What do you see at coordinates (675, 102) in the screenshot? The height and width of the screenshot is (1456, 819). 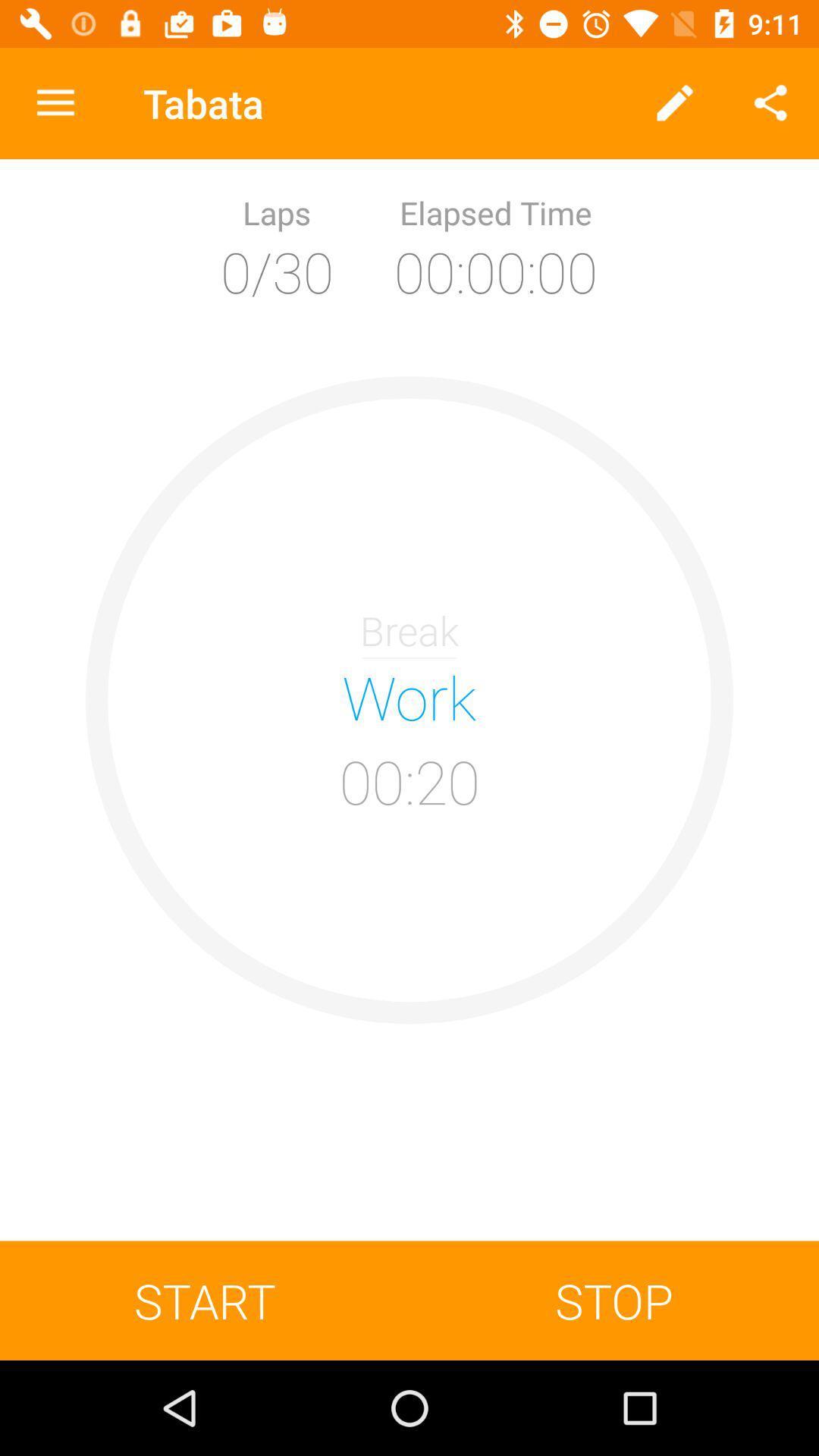 I see `the icon next to the tabata` at bounding box center [675, 102].